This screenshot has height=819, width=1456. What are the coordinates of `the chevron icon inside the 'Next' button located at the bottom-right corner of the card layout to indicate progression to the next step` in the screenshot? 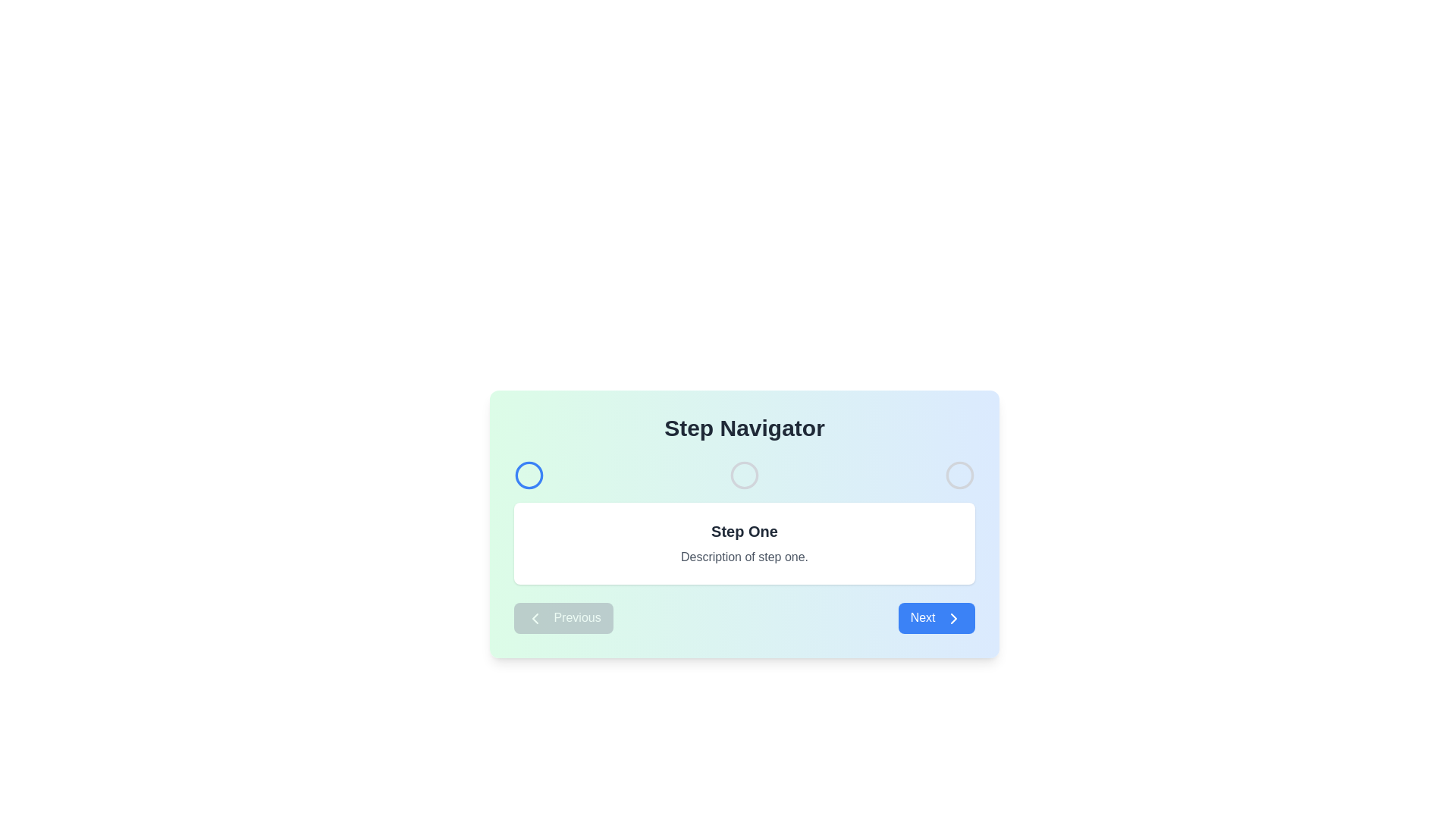 It's located at (952, 617).